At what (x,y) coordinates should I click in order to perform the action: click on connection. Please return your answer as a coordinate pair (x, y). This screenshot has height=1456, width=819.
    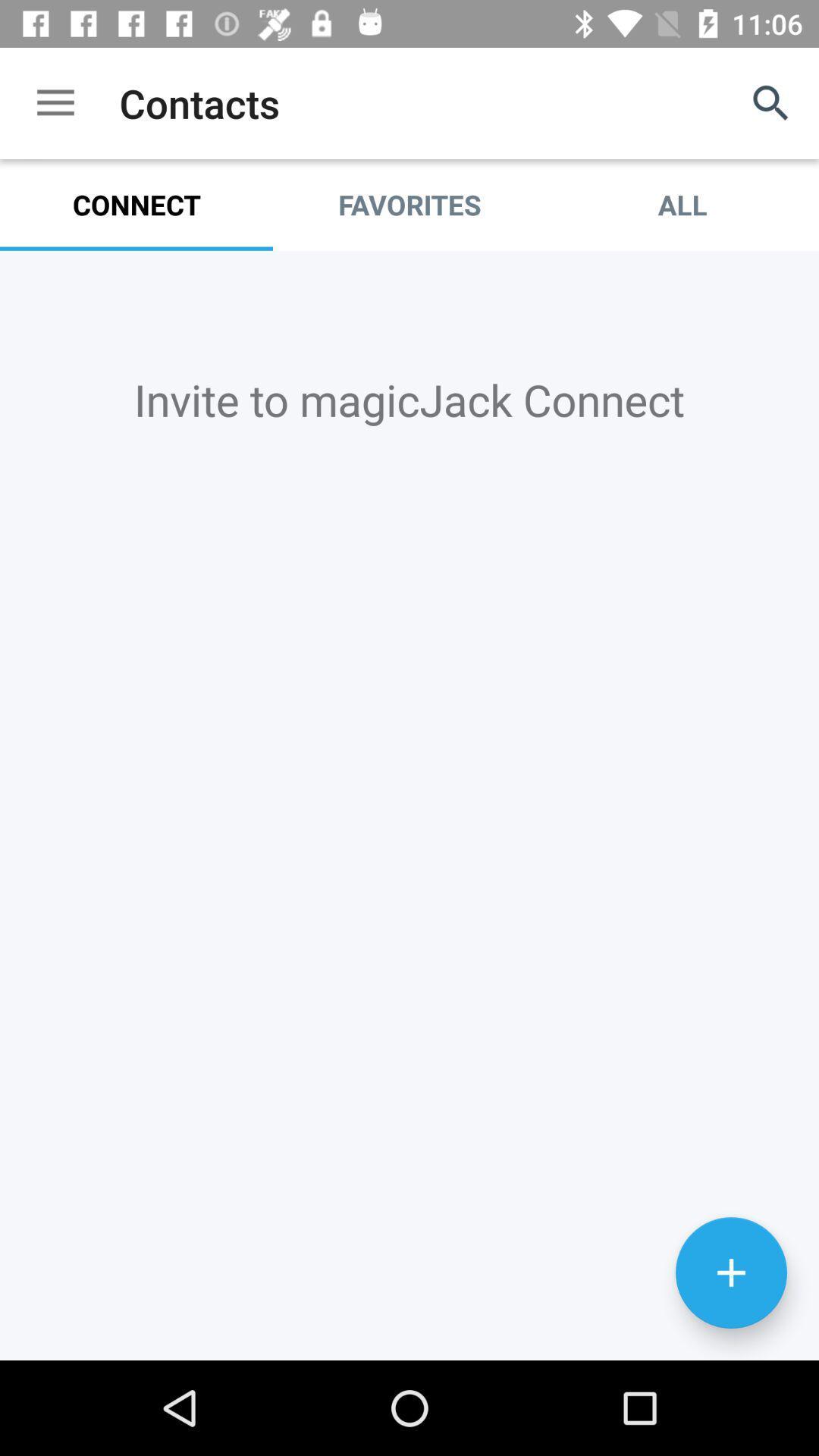
    Looking at the image, I should click on (409, 805).